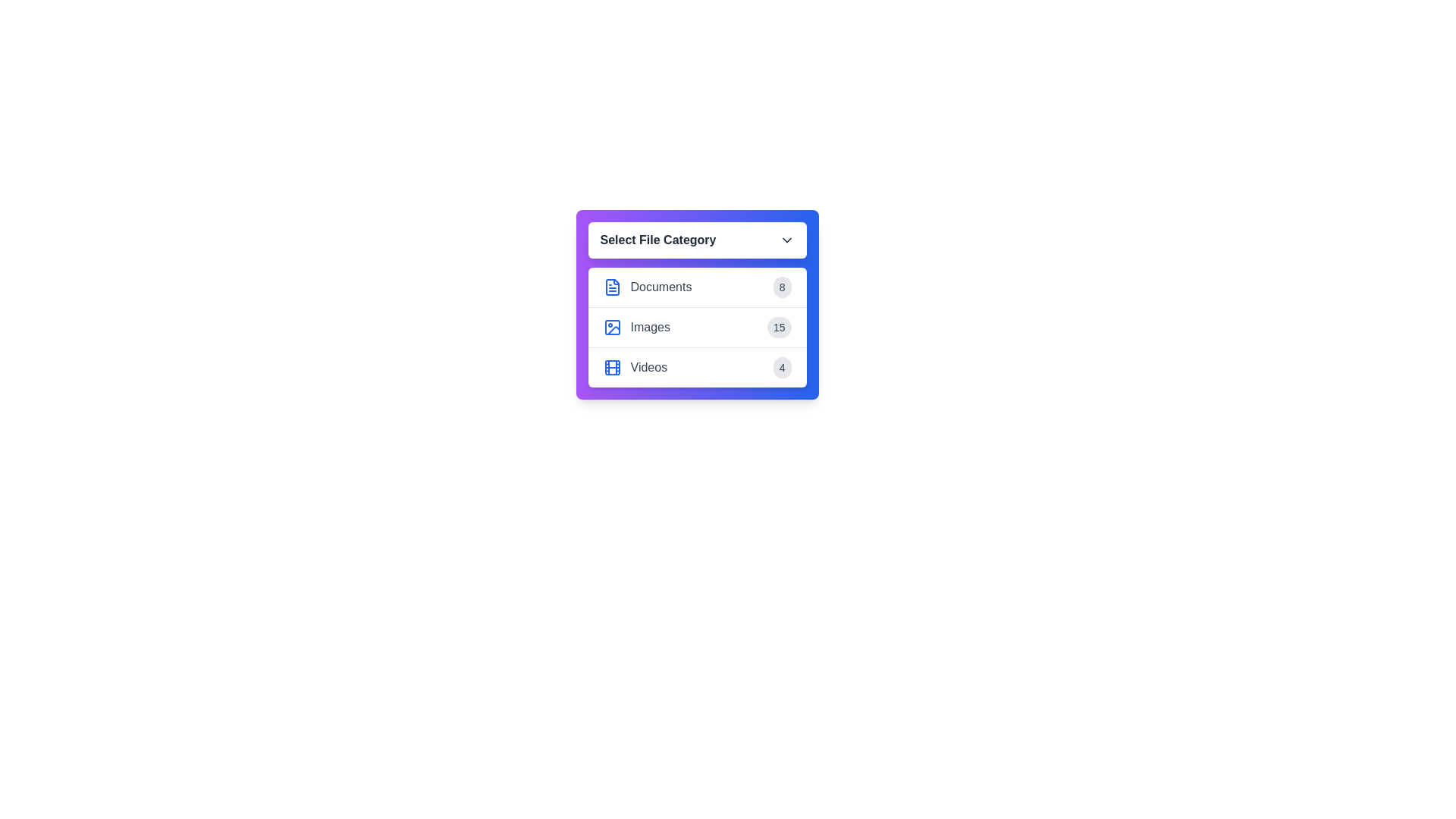 The height and width of the screenshot is (819, 1456). What do you see at coordinates (648, 368) in the screenshot?
I see `text label 'Videos' which is the third option in the 'Select File Category' dropdown` at bounding box center [648, 368].